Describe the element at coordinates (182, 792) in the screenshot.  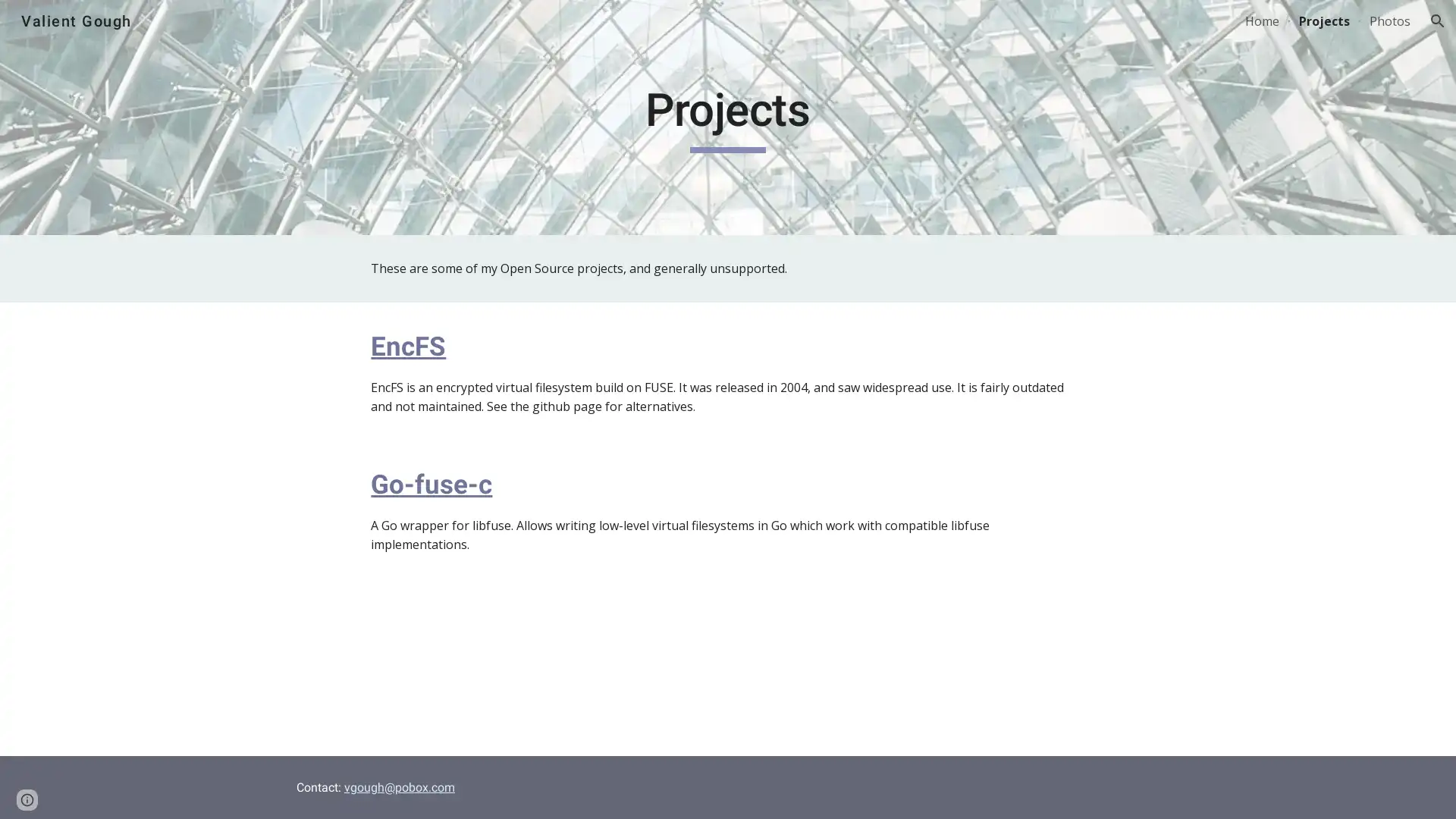
I see `Report abuse` at that location.